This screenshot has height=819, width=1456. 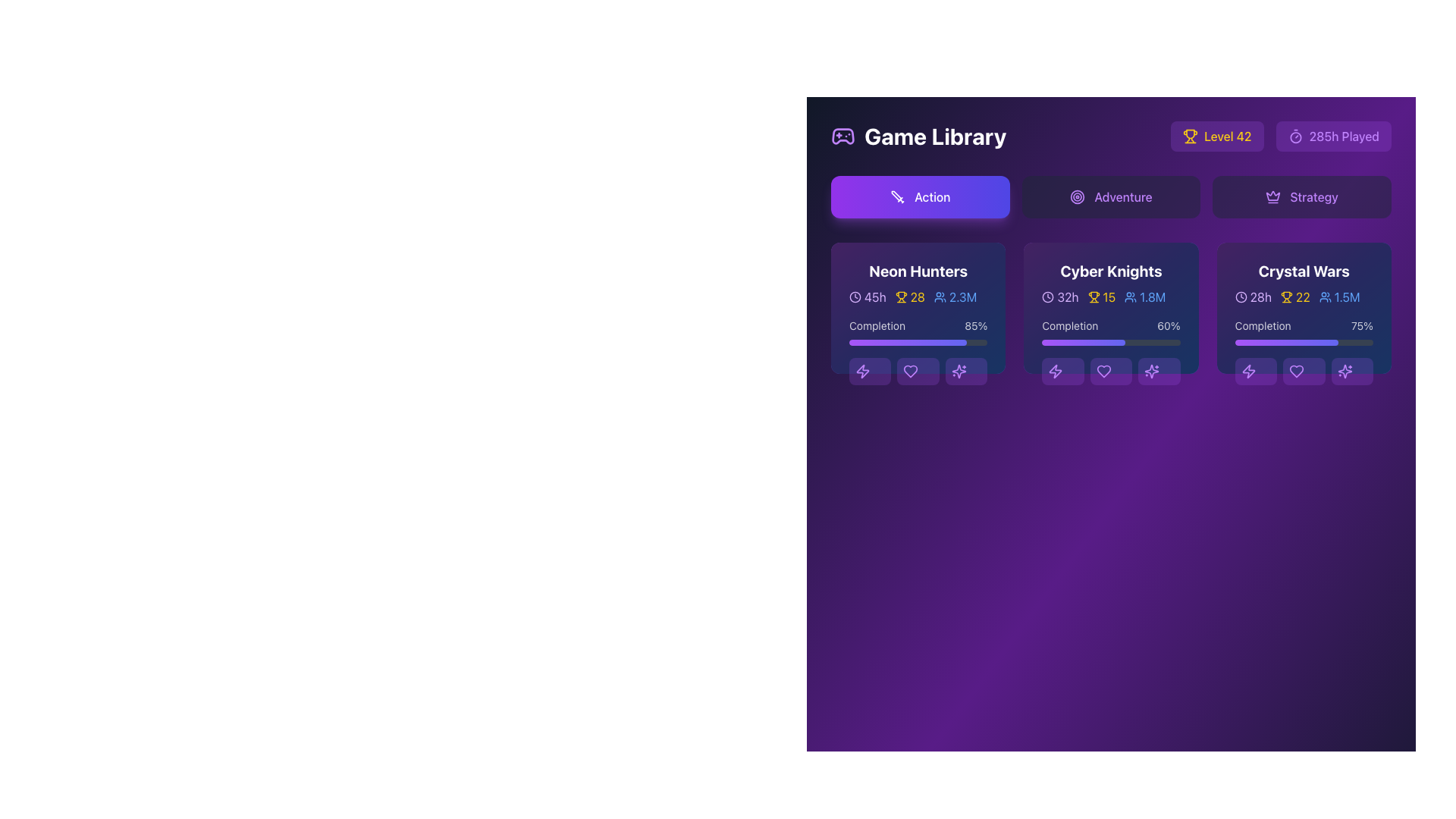 I want to click on the static label displaying a blue icon of a group of people followed by the text '1.5M' in the bottom-right information line of the 'Crystal Wars' card in the Game Library interface, so click(x=1339, y=297).